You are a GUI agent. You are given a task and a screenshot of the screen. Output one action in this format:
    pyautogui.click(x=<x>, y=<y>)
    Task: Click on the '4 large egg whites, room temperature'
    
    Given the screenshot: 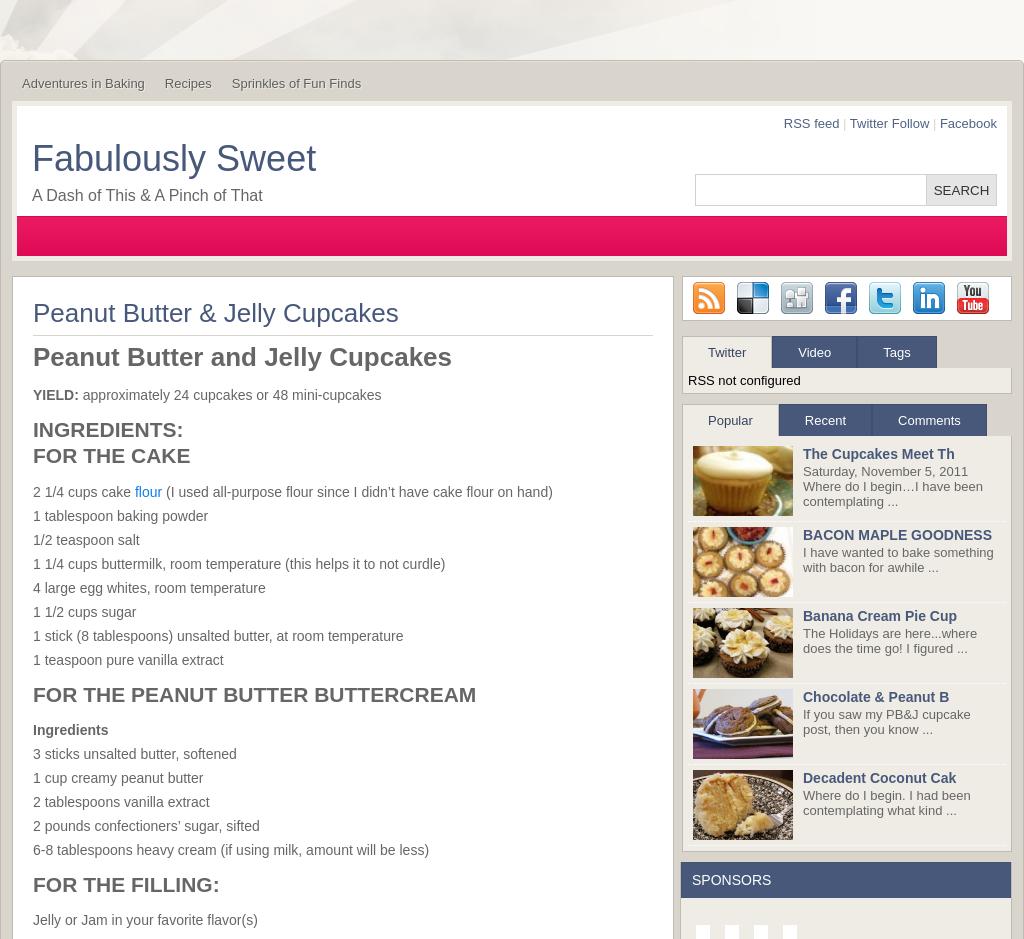 What is the action you would take?
    pyautogui.click(x=32, y=586)
    